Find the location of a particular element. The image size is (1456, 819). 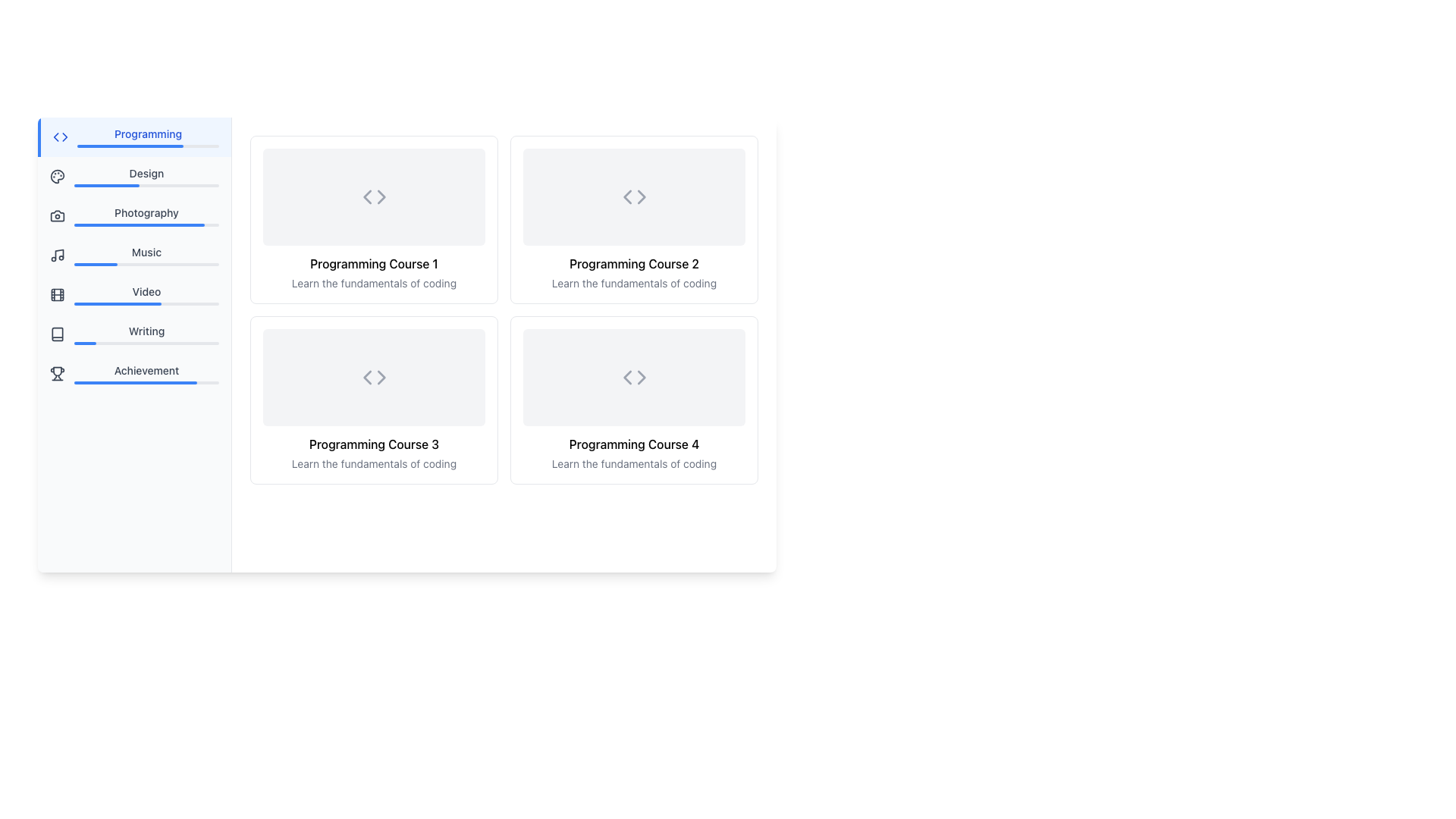

the visual appearance of the left-pointing SVG navigation arrow within the 'Programming Course 2' card, which is located at the specified coordinates is located at coordinates (627, 196).